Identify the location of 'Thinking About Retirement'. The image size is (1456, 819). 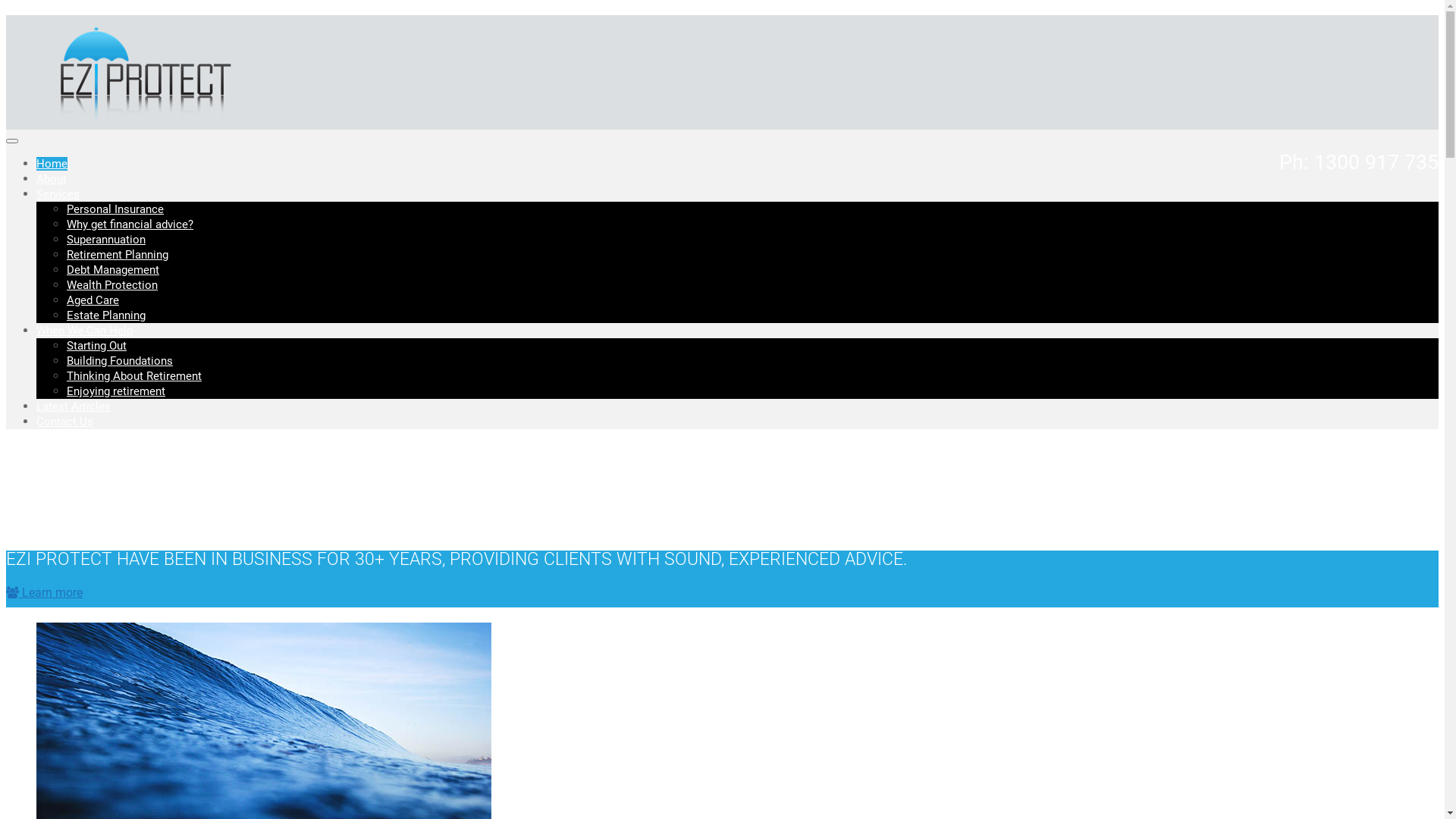
(134, 375).